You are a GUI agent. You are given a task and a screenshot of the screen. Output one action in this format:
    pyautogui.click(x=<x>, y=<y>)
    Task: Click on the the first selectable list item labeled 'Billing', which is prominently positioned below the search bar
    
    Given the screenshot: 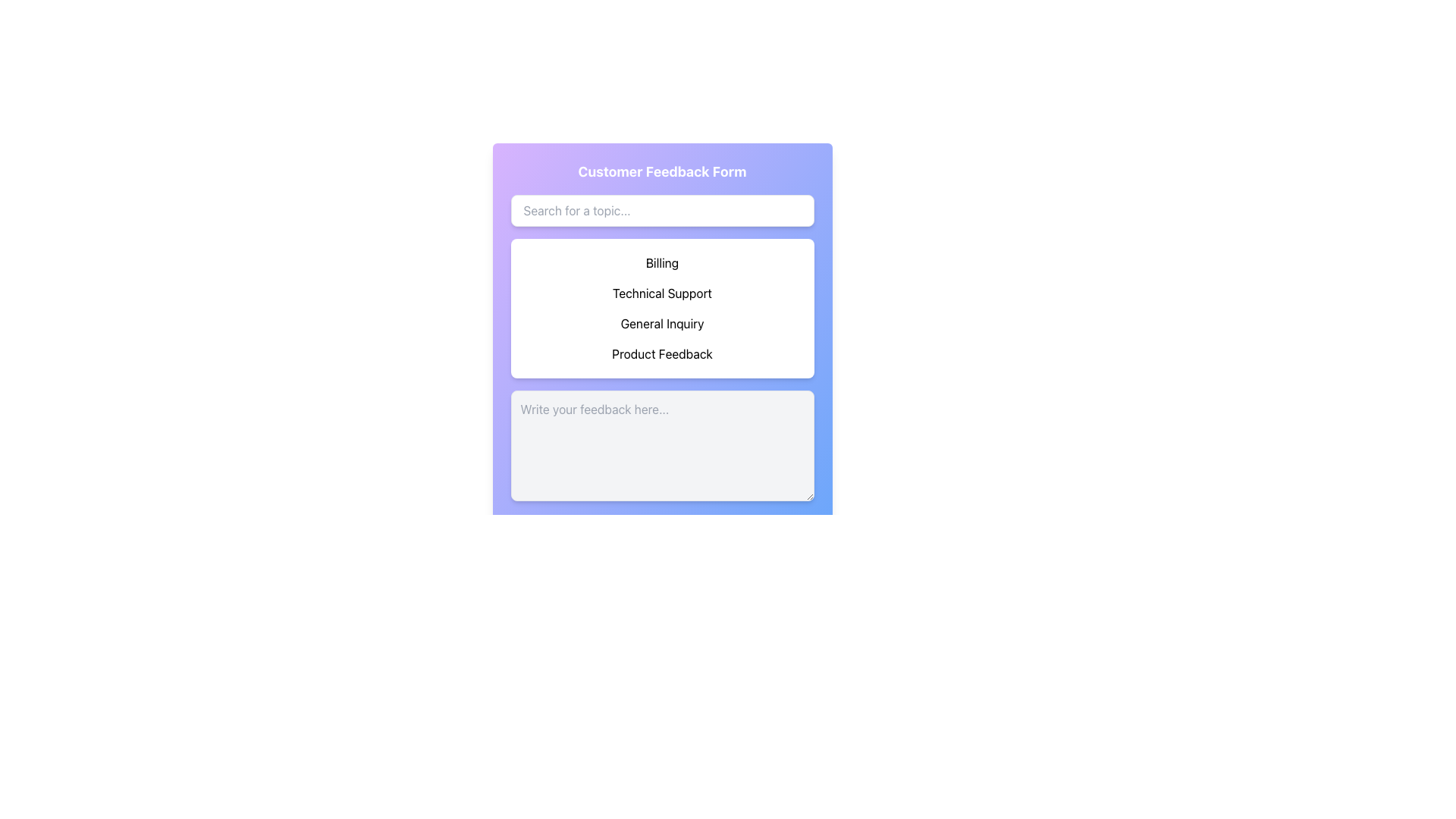 What is the action you would take?
    pyautogui.click(x=662, y=262)
    